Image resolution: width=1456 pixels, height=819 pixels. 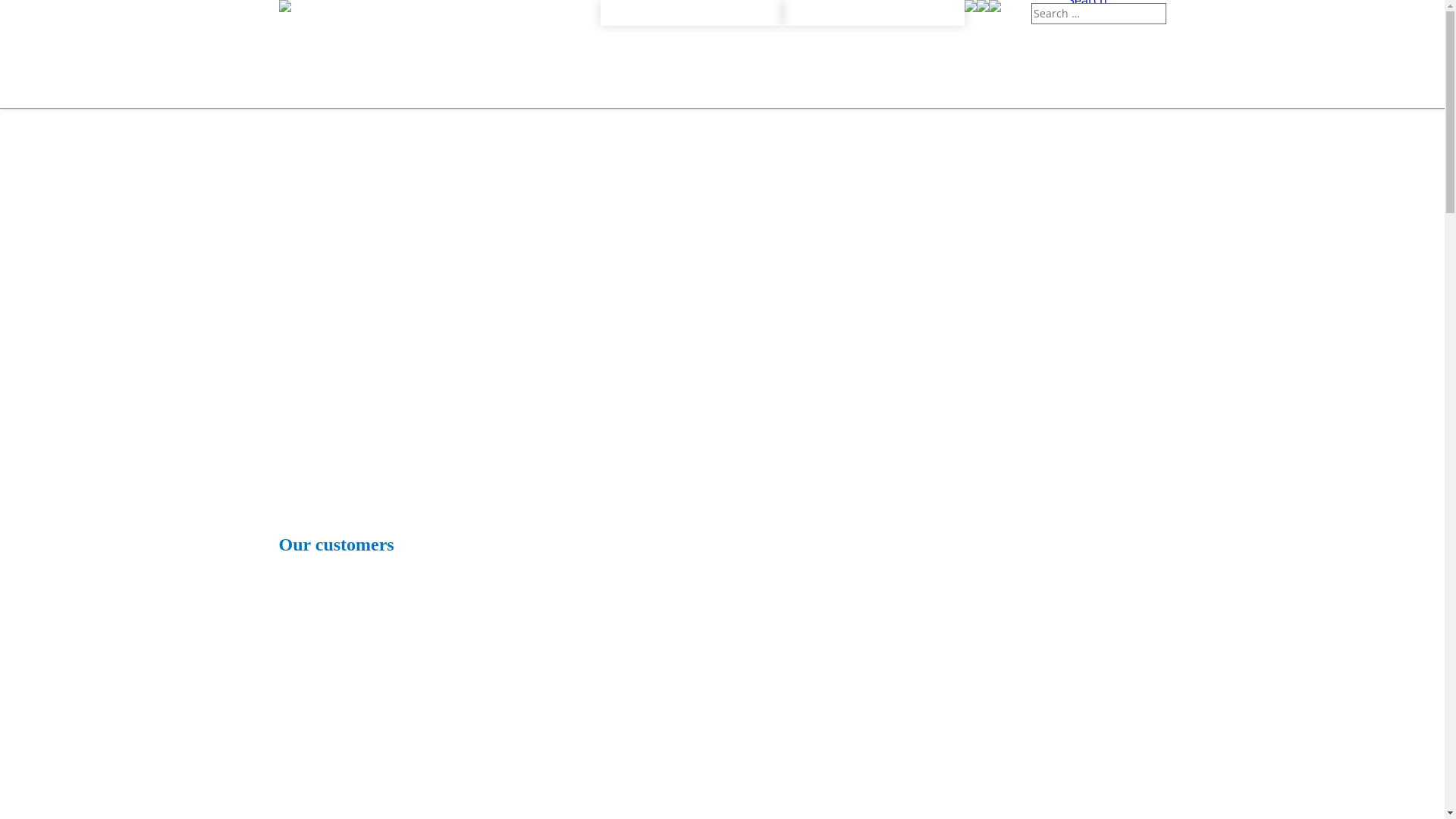 What do you see at coordinates (284, 5) in the screenshot?
I see `'Calibration Lab'` at bounding box center [284, 5].